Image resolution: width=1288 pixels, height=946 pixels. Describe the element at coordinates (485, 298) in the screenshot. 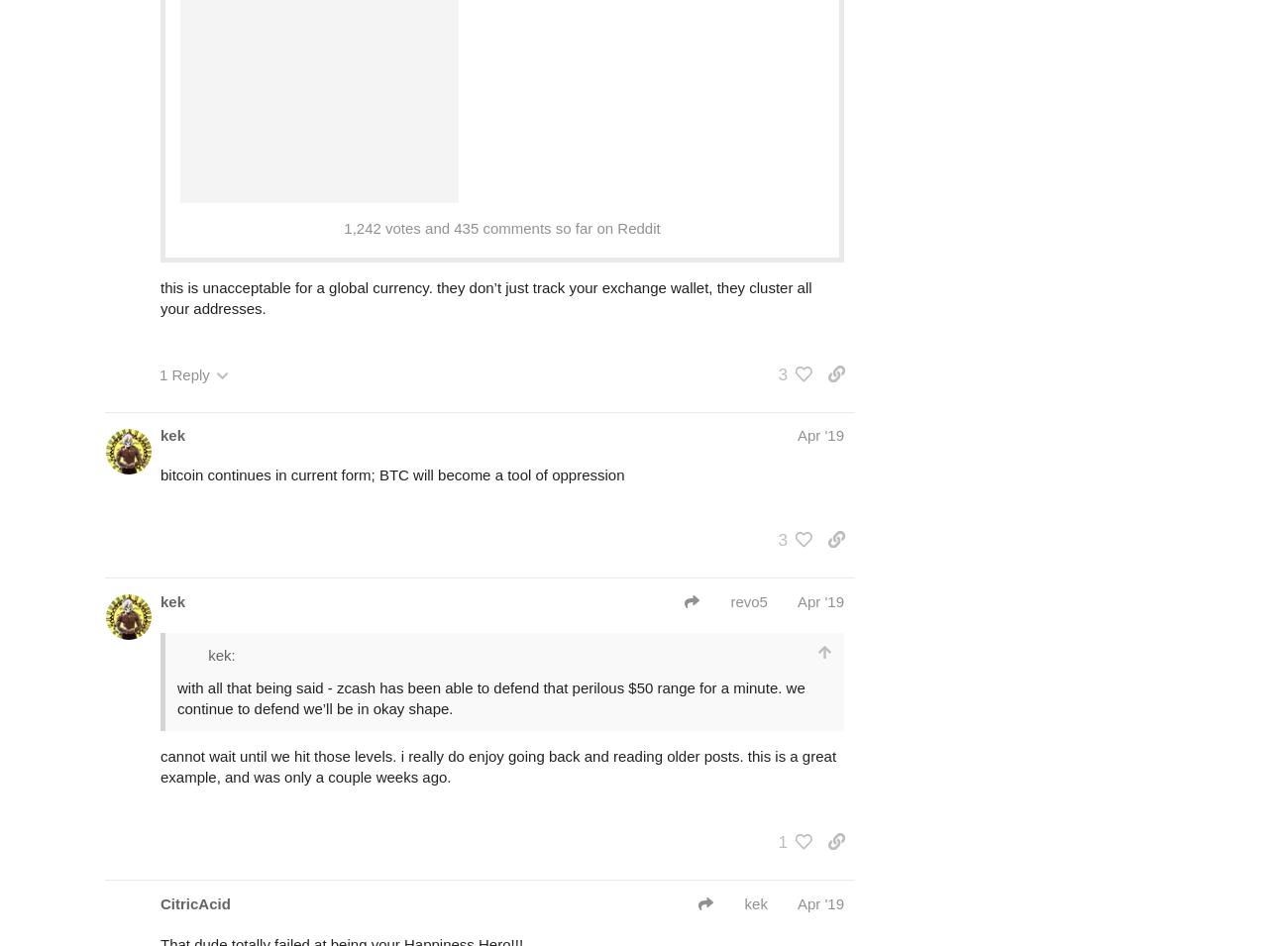

I see `'this is unacceptable for a global currency. they don’t just track your exchange wallet, they cluster all your addresses.'` at that location.